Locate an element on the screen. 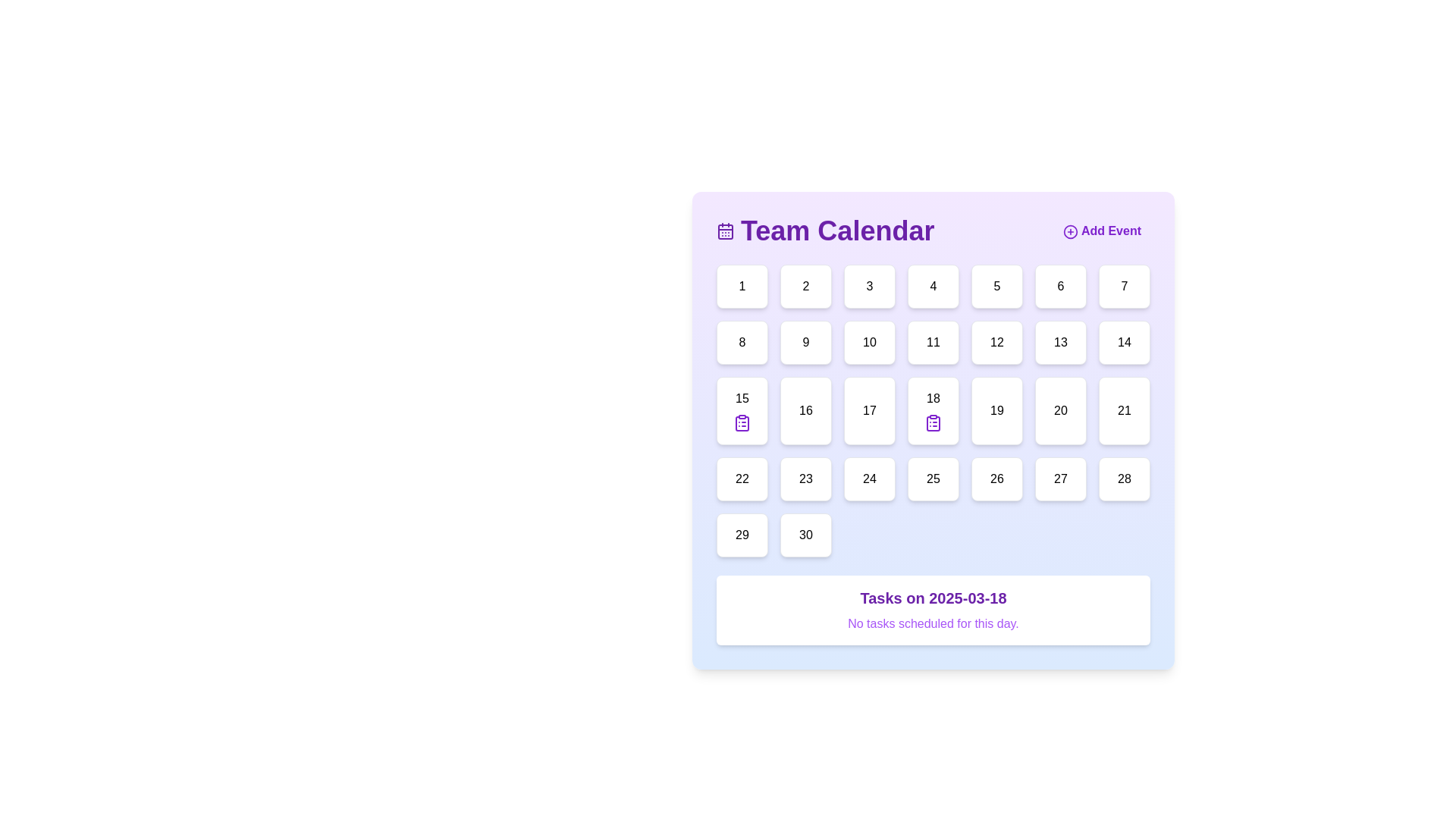 This screenshot has width=1456, height=819. the button representing the 10th day of the calendar is located at coordinates (870, 342).